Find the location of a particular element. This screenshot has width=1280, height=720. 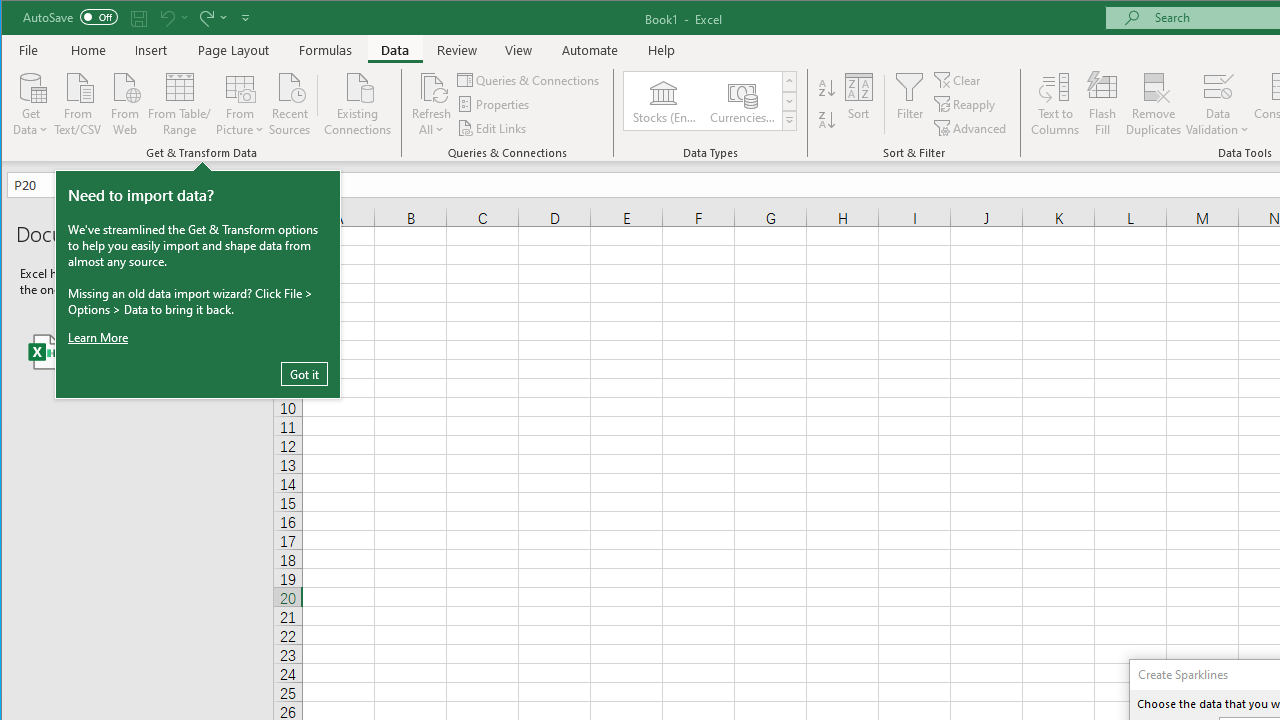

'Stocks (English)' is located at coordinates (663, 100).